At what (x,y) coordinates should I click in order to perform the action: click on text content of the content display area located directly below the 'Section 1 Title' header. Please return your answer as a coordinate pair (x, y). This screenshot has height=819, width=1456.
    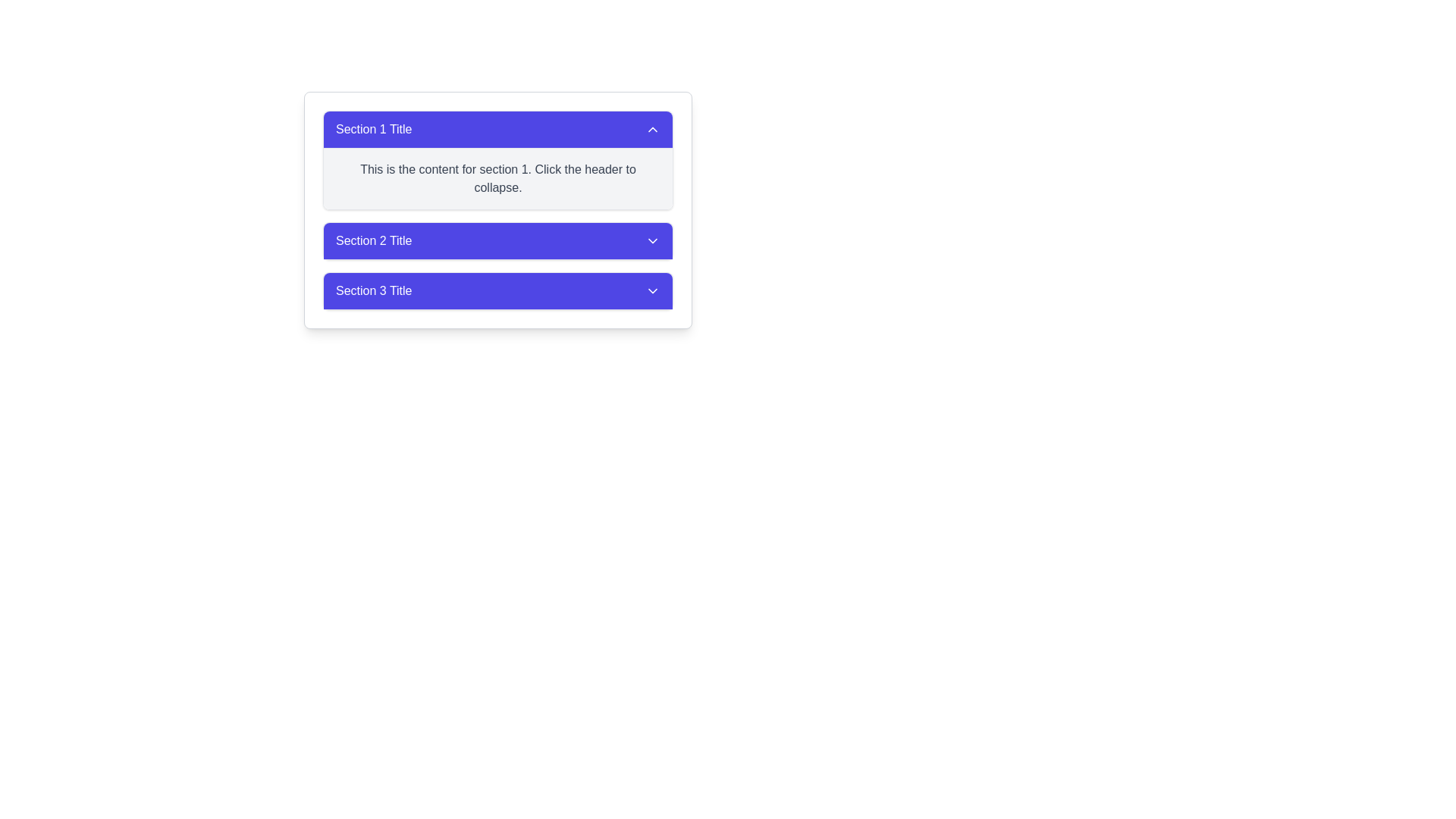
    Looking at the image, I should click on (498, 177).